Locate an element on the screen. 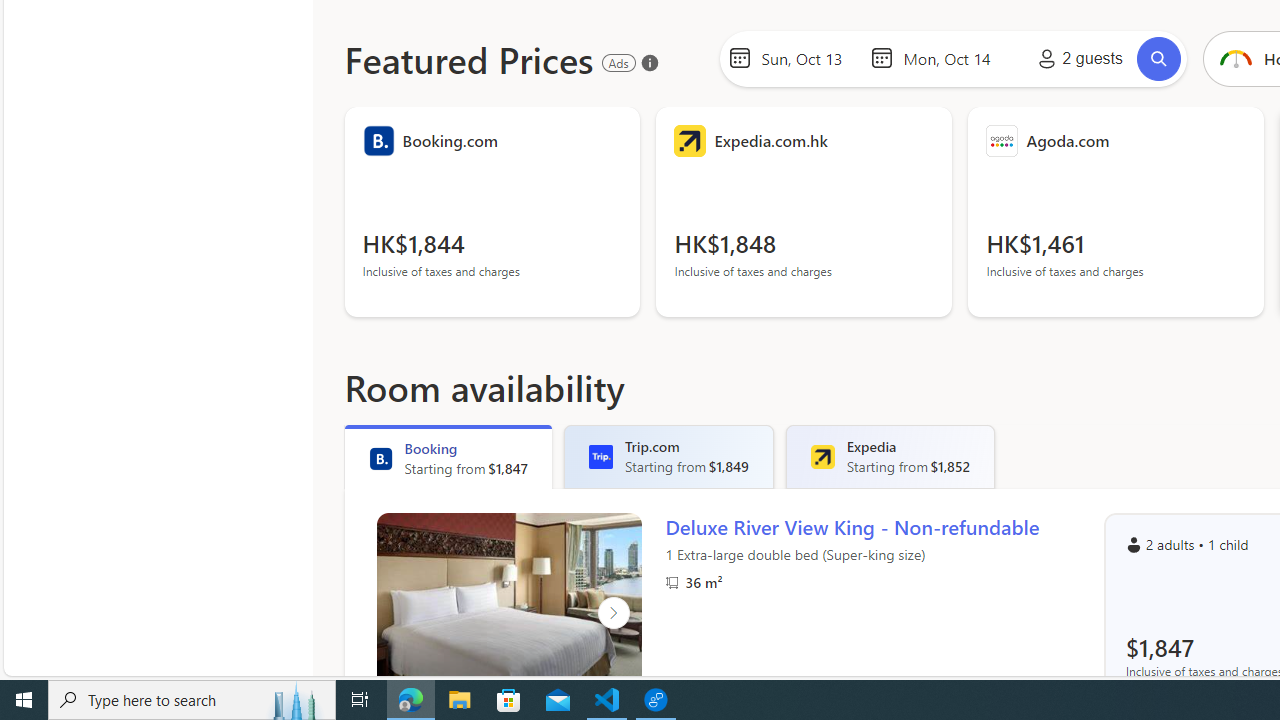 The image size is (1280, 720). 'End date' is located at coordinates (951, 56).